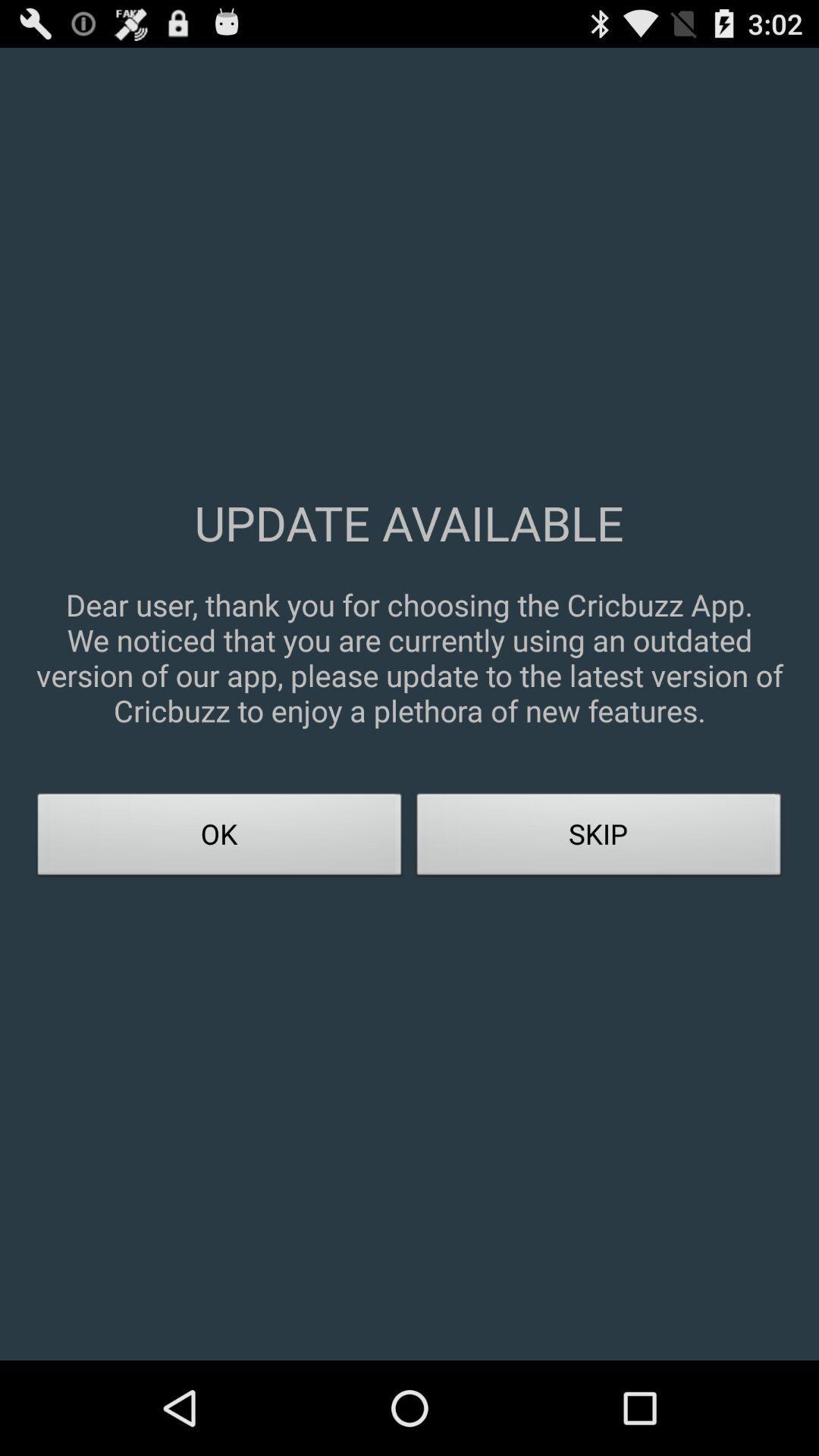  What do you see at coordinates (598, 838) in the screenshot?
I see `the item to the right of ok` at bounding box center [598, 838].